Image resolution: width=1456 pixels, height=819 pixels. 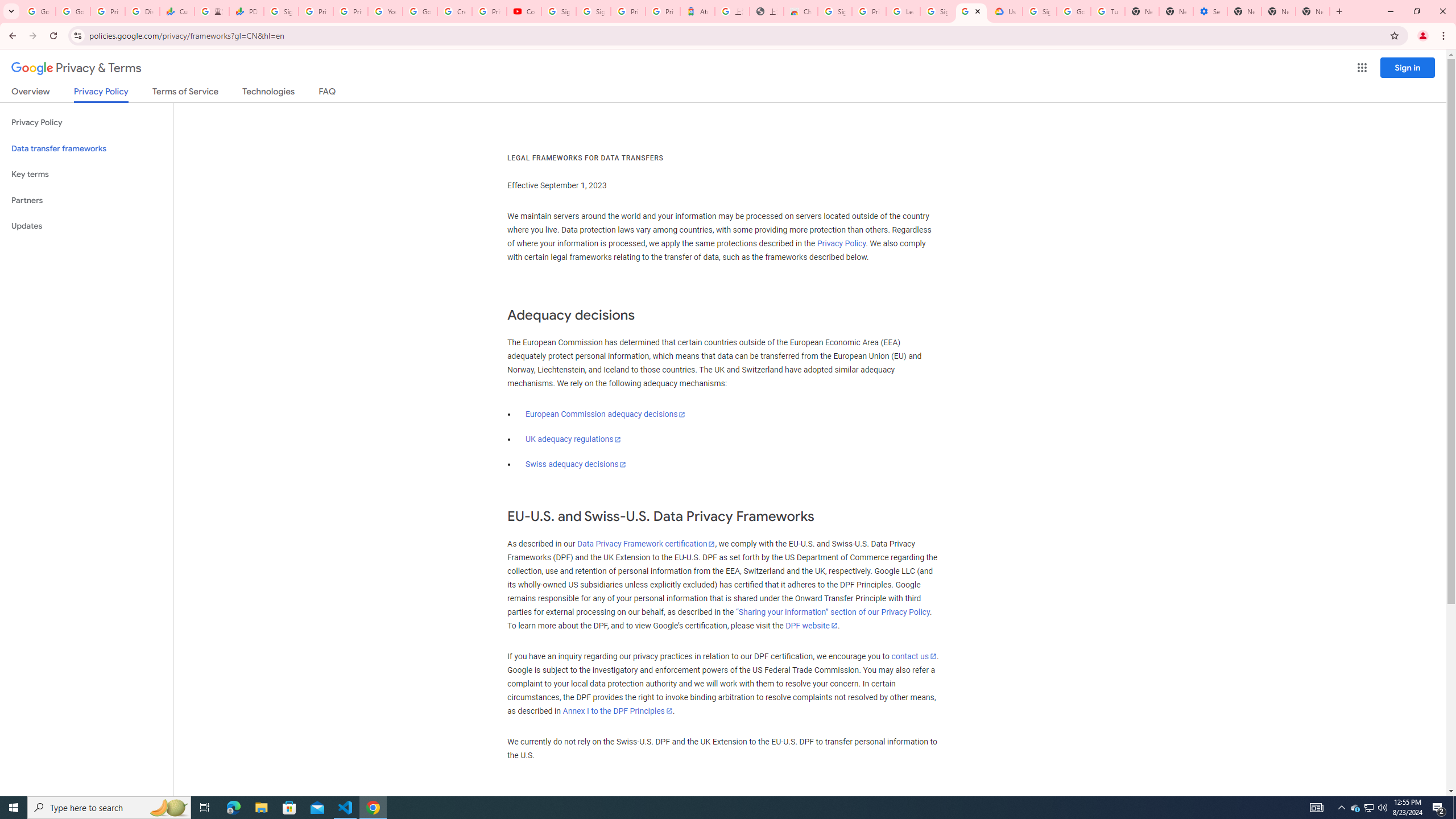 I want to click on 'PDD Holdings Inc - ADR (PDD) Price & News - Google Finance', so click(x=246, y=11).